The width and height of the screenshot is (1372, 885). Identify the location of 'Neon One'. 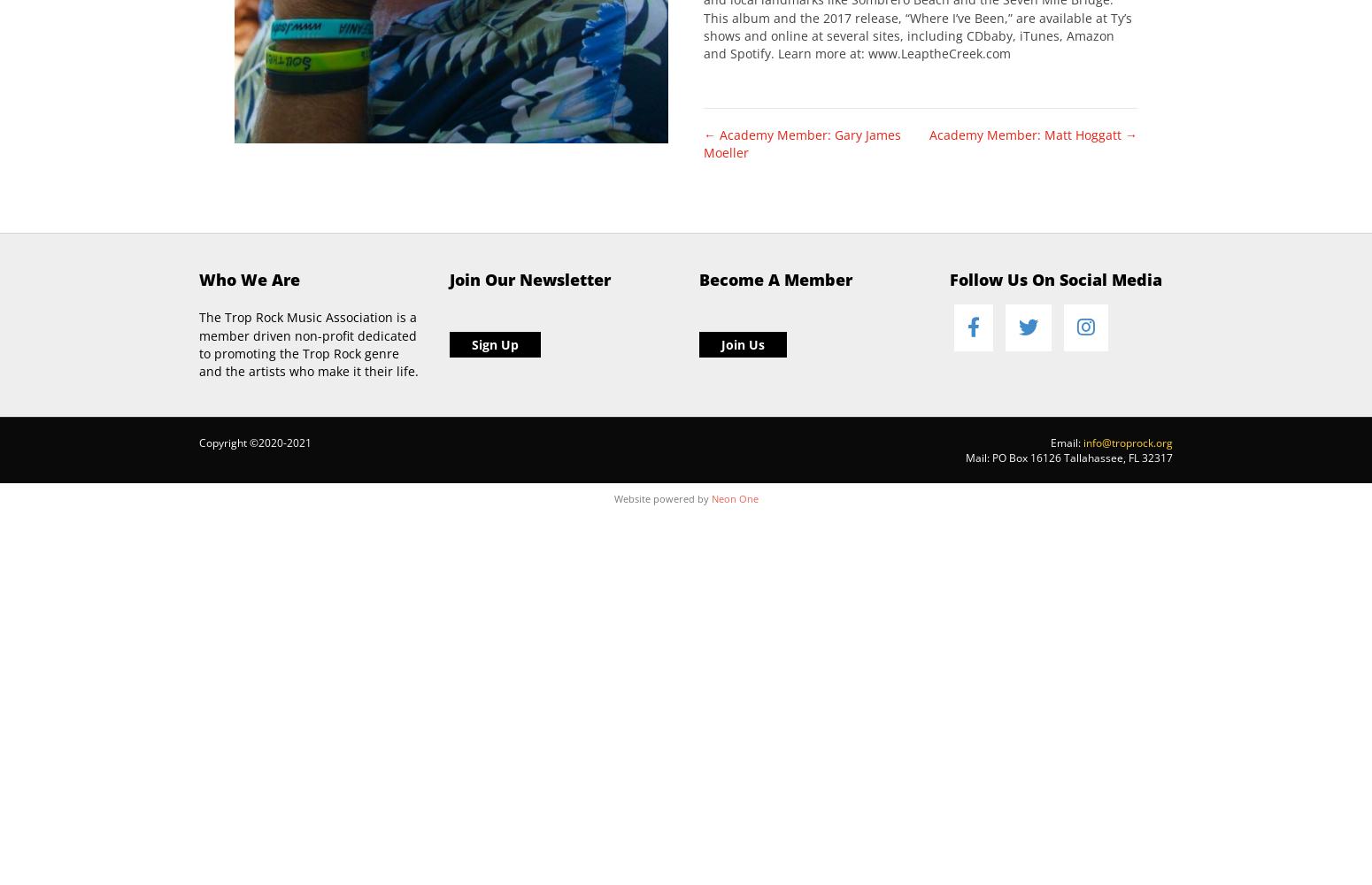
(710, 497).